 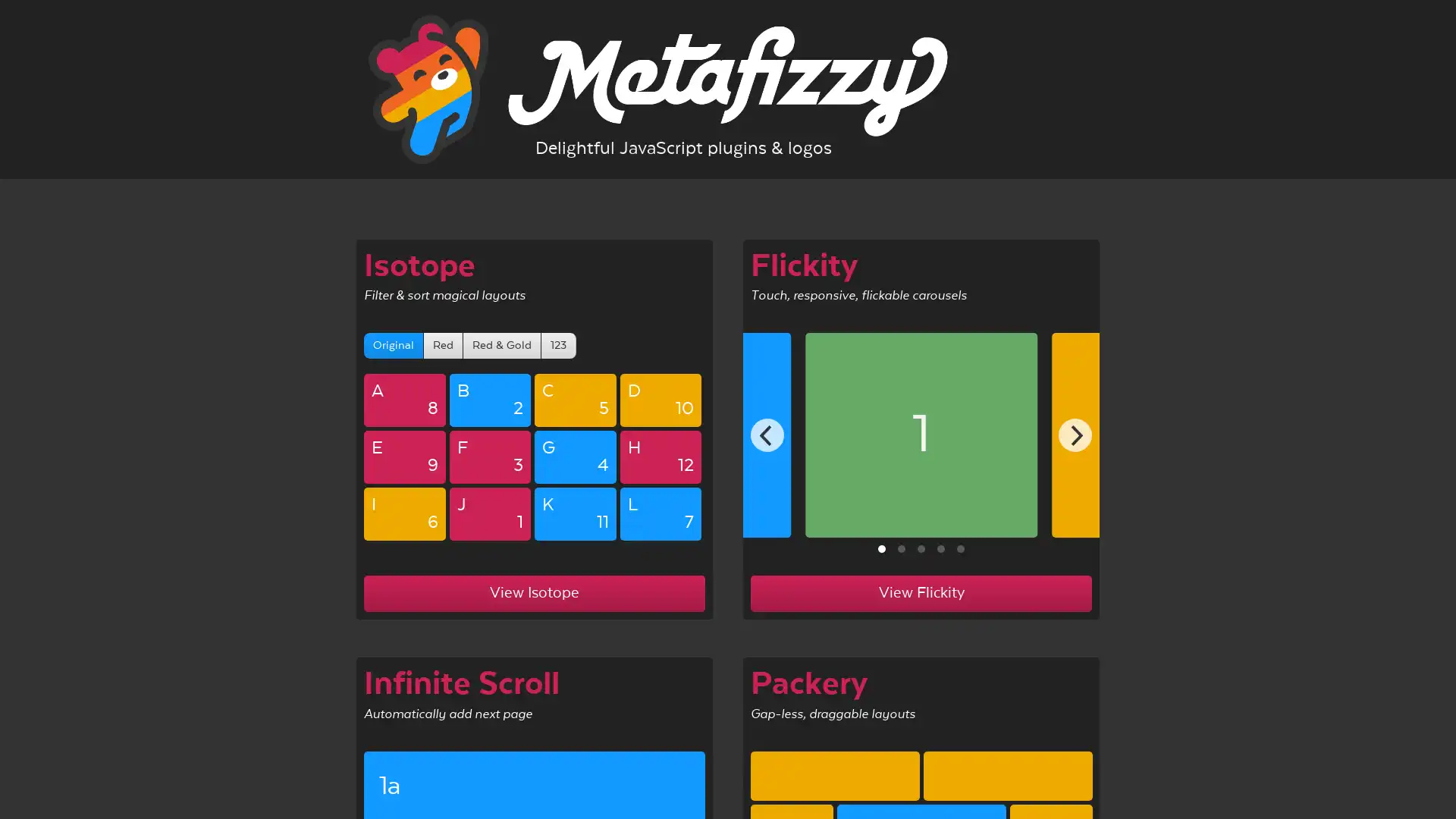 I want to click on Red, so click(x=442, y=345).